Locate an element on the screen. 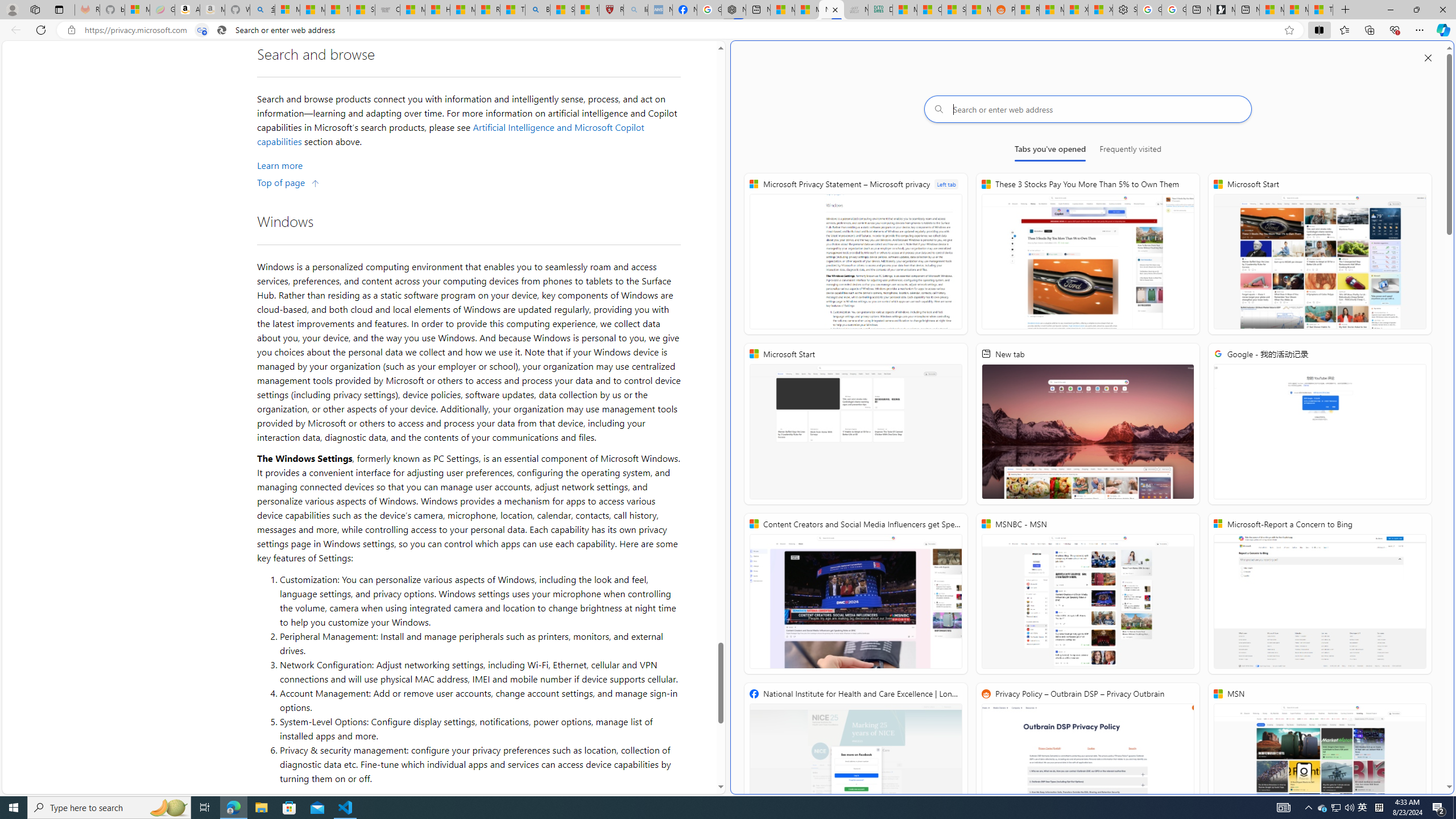  'Bing' is located at coordinates (536, 9).